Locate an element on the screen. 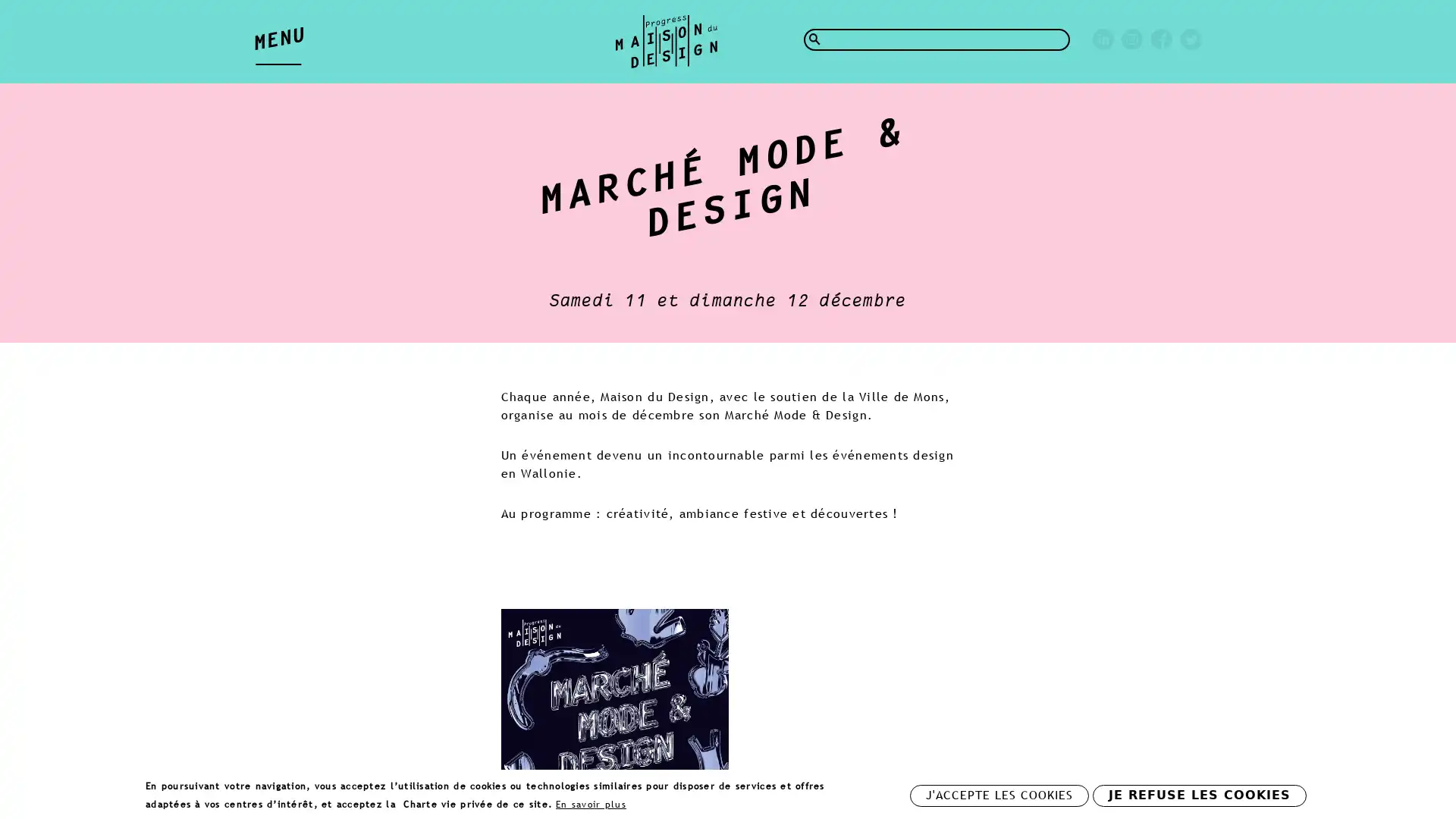 This screenshot has width=1456, height=819. En savoir plus is located at coordinates (589, 803).